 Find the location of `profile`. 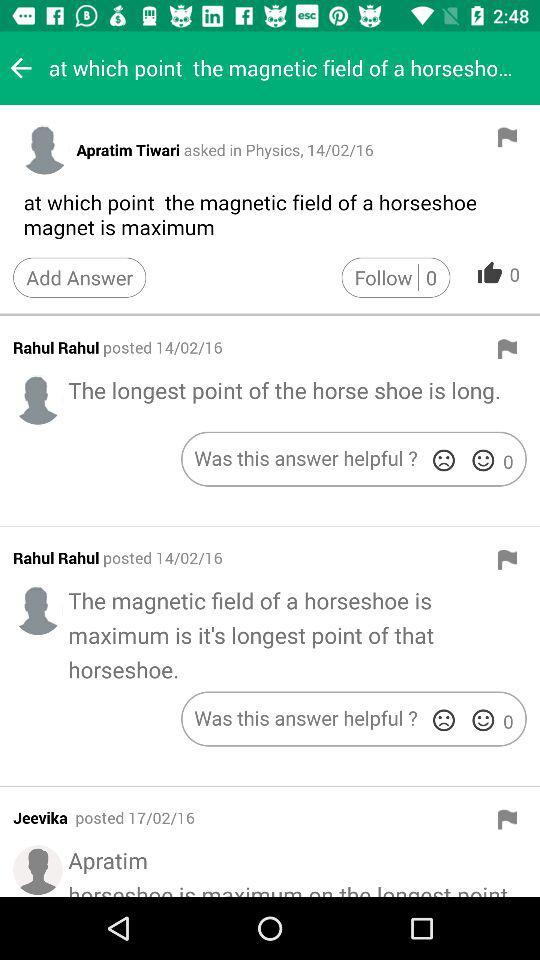

profile is located at coordinates (38, 609).